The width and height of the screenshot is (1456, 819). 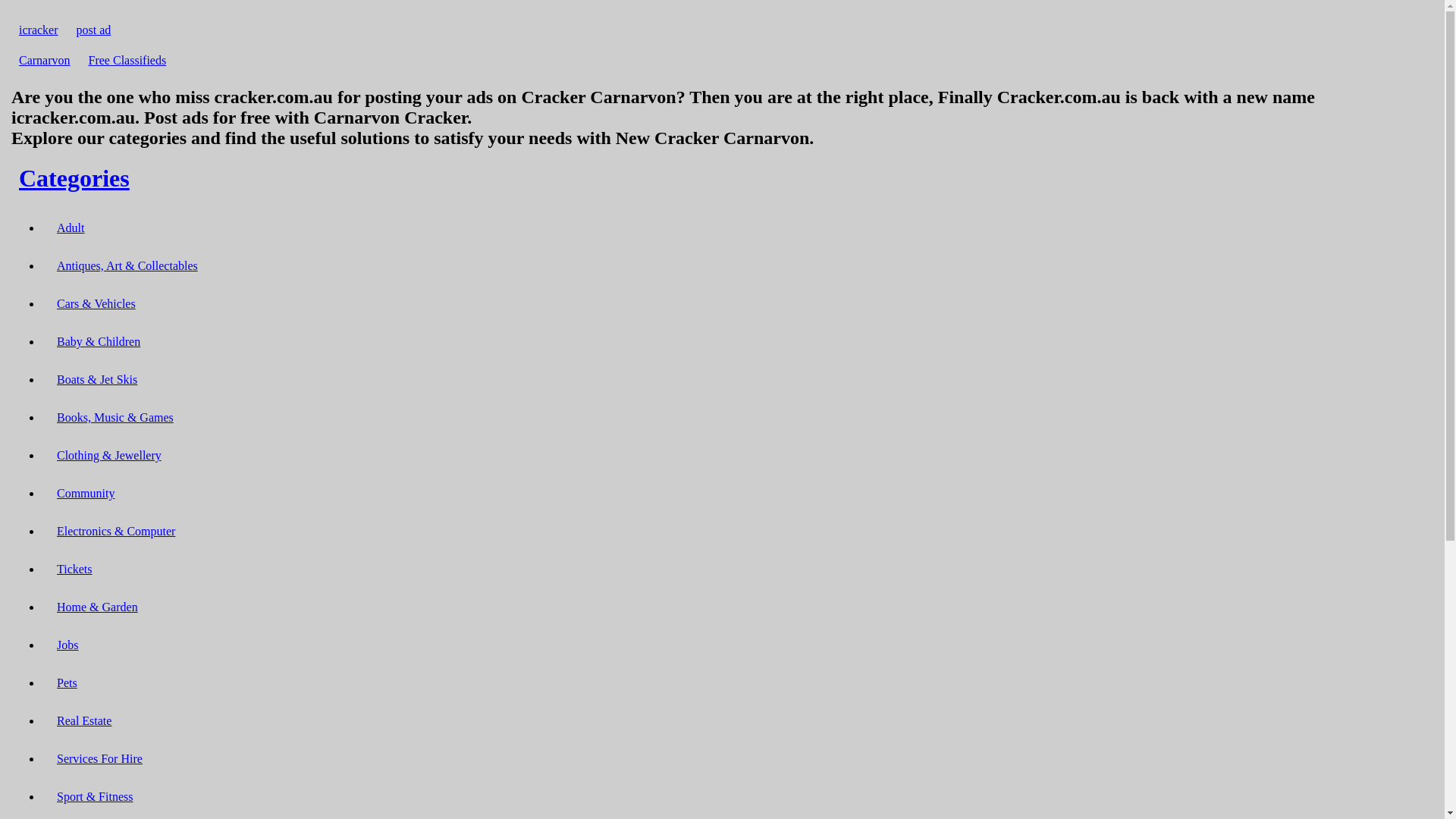 What do you see at coordinates (97, 341) in the screenshot?
I see `'Baby & Children'` at bounding box center [97, 341].